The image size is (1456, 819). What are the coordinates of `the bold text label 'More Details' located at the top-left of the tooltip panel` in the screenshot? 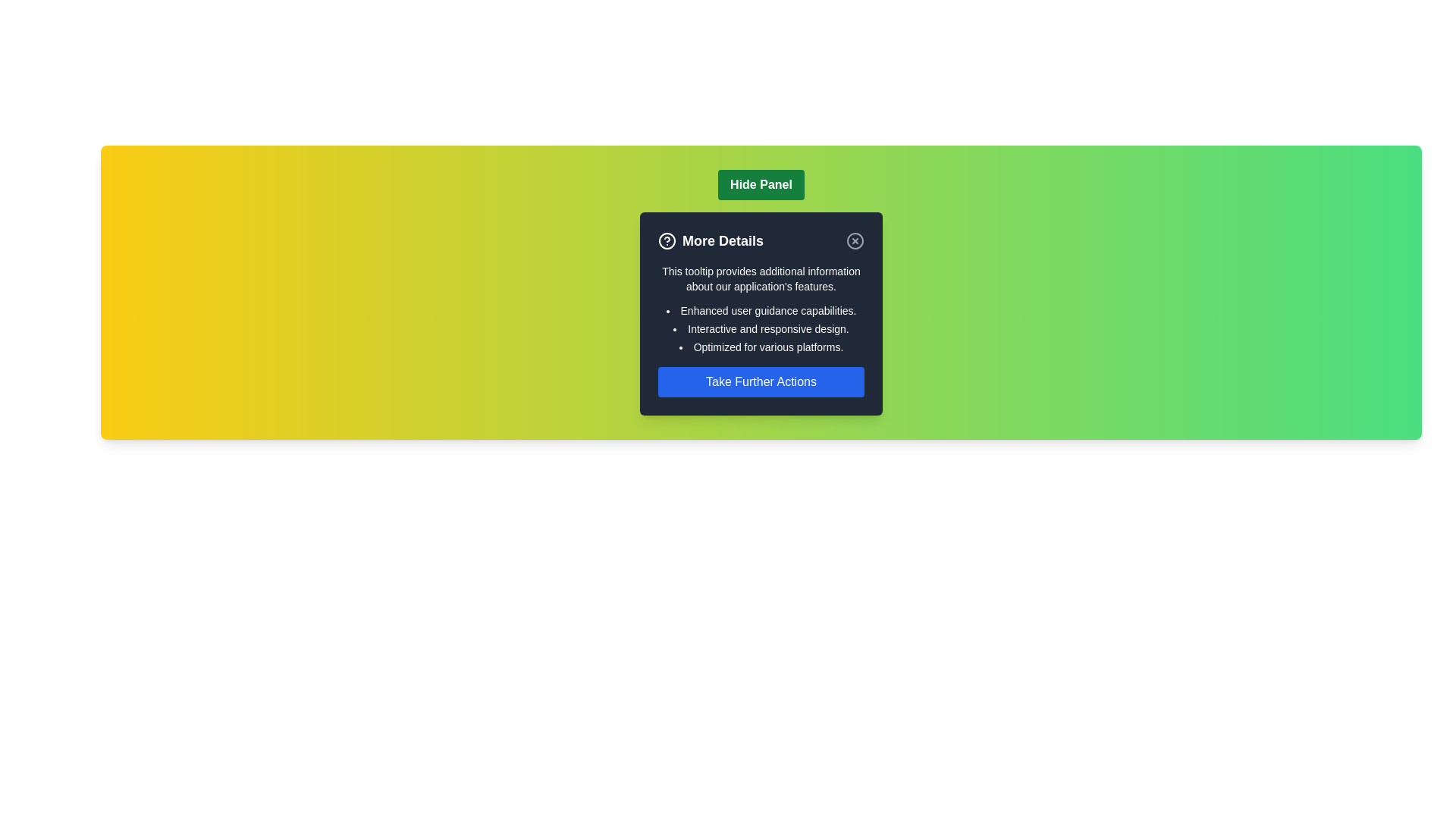 It's located at (722, 240).